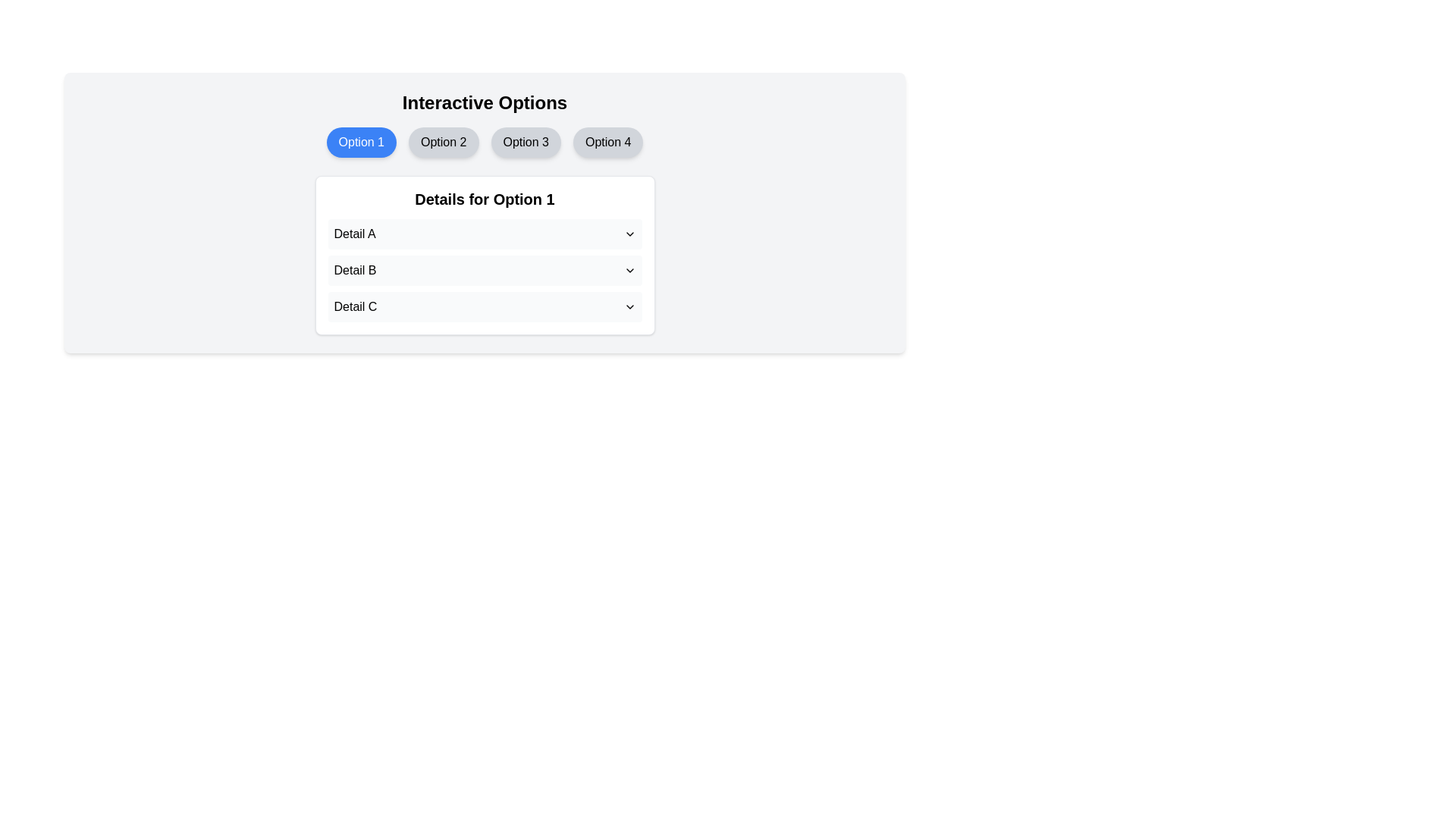  Describe the element at coordinates (607, 143) in the screenshot. I see `the button labeled 'Option 4', which has rounded edges, a gray background, and black centered text` at that location.